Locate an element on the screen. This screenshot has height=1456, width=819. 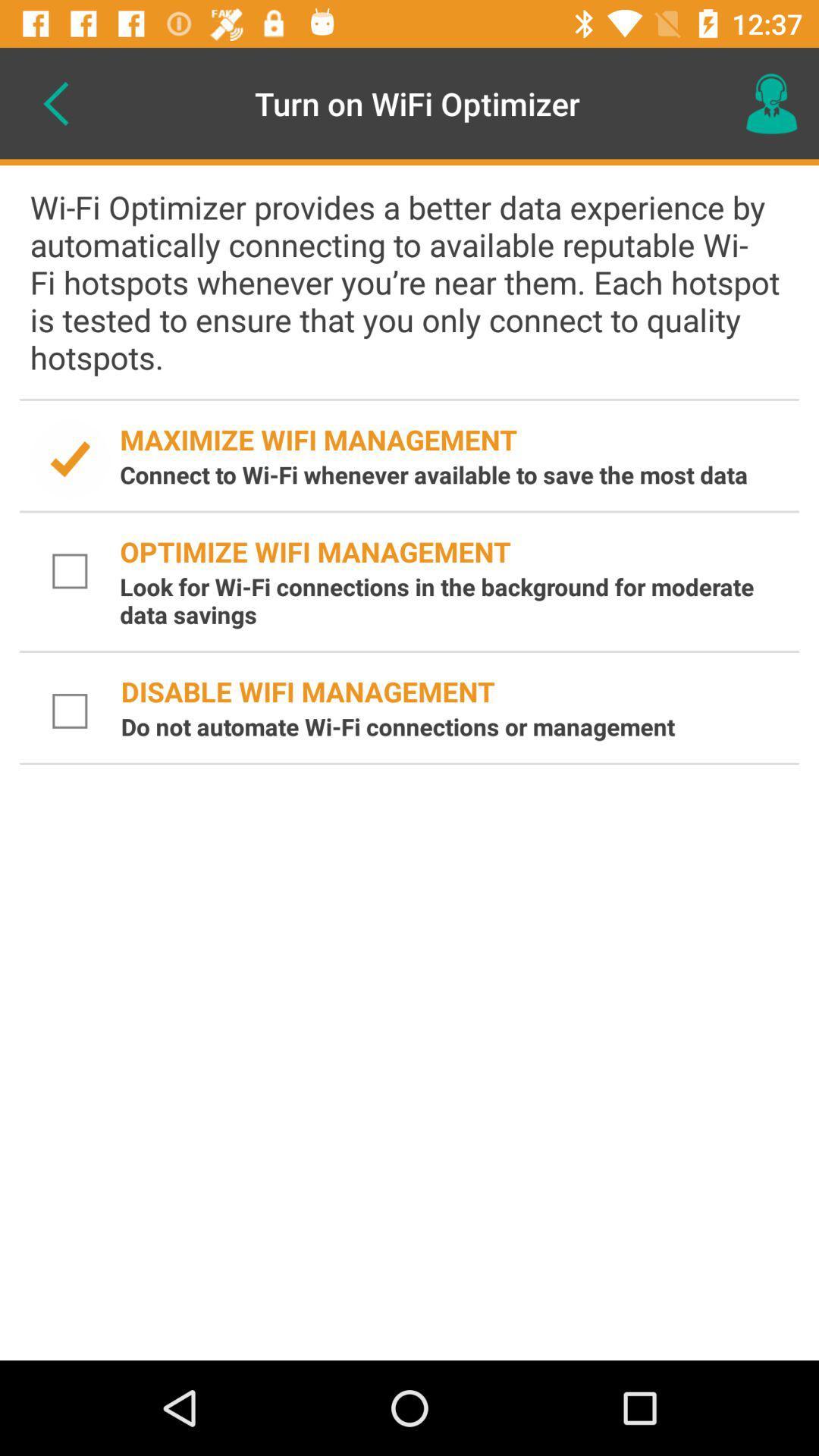
opiton is located at coordinates (70, 570).